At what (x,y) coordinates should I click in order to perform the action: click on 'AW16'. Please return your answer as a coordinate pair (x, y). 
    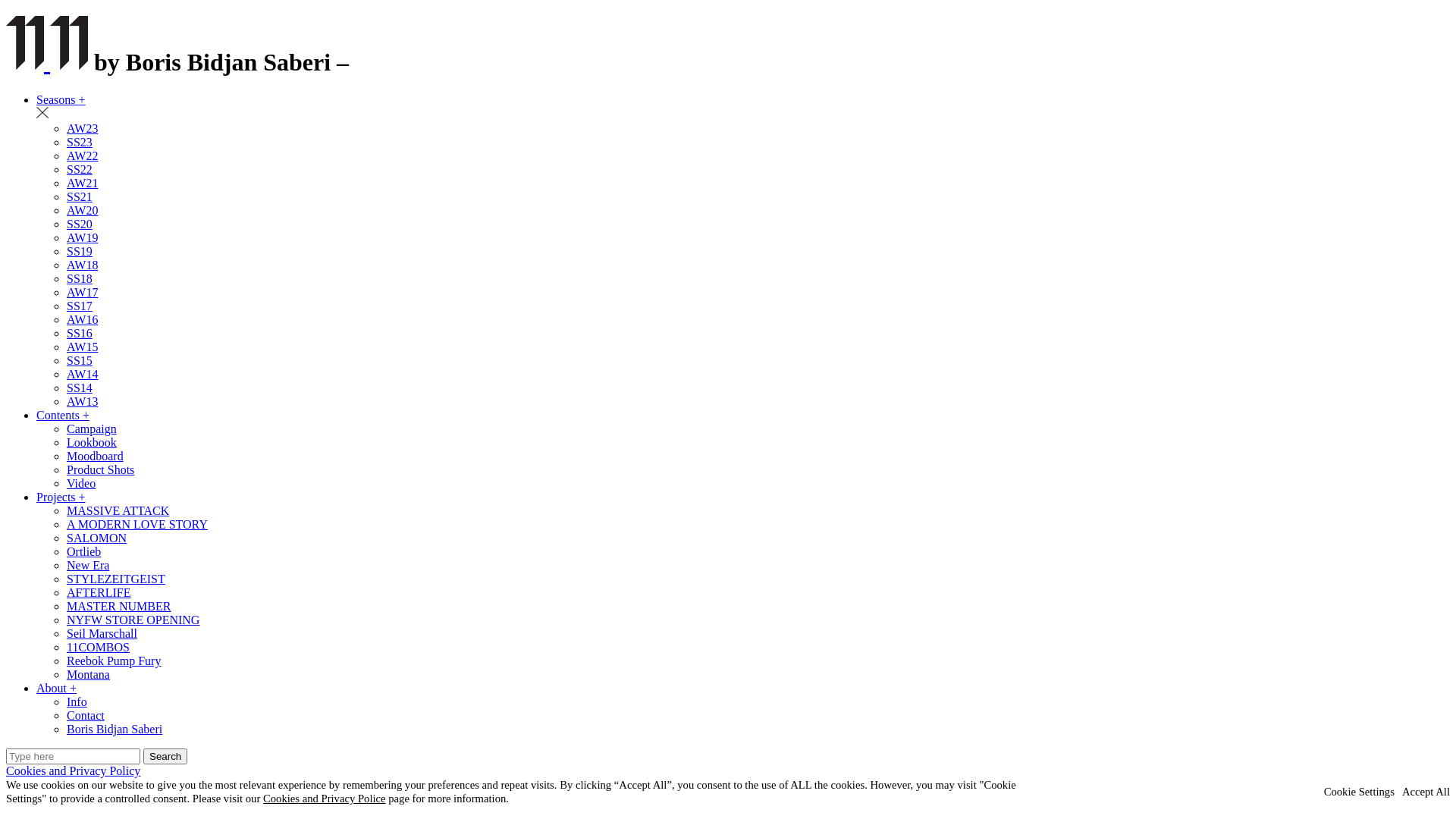
    Looking at the image, I should click on (81, 318).